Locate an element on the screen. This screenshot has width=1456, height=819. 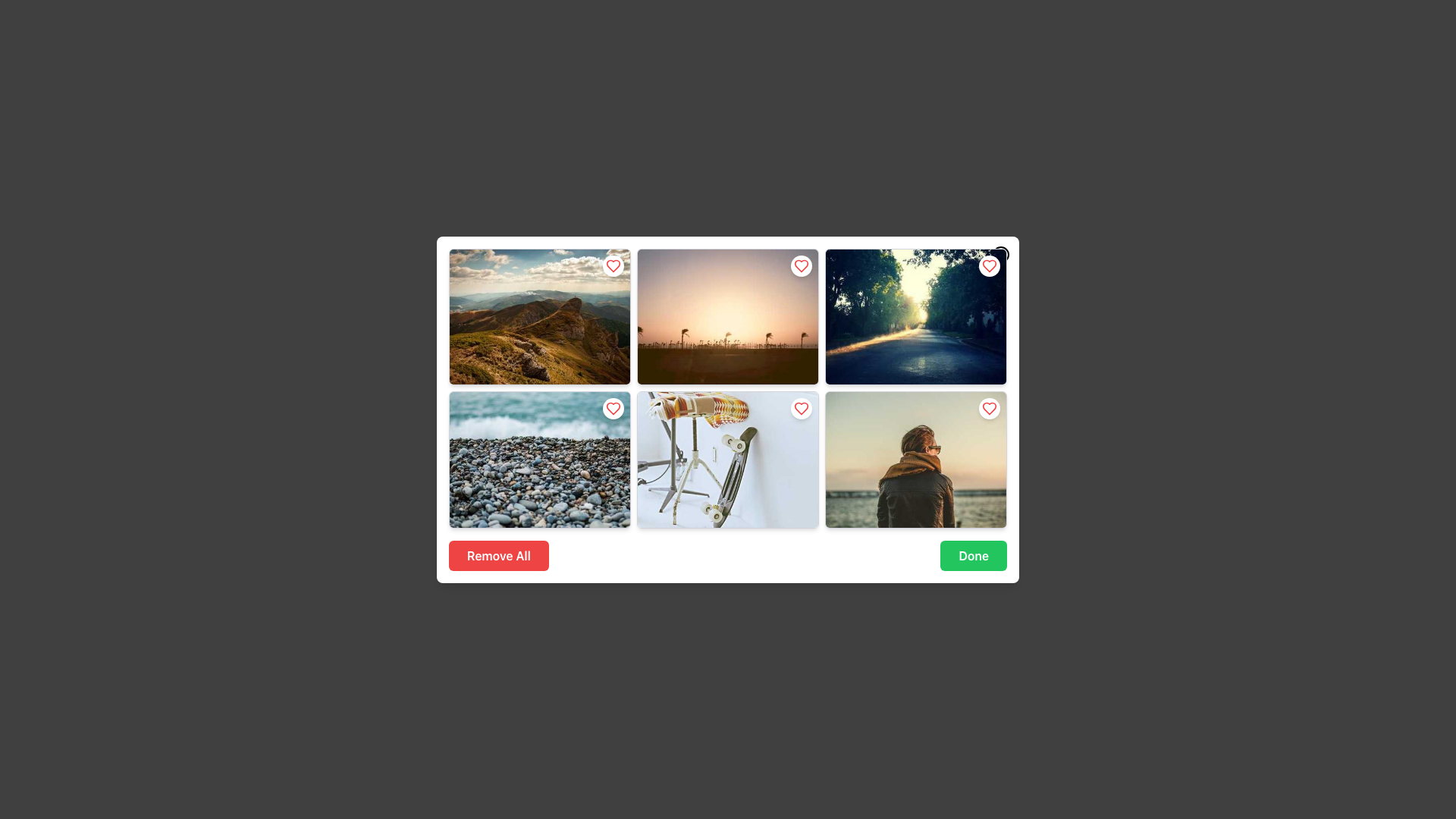
the image thumbnail featuring a scenic mountain landscape with a red heart icon overlay is located at coordinates (539, 315).